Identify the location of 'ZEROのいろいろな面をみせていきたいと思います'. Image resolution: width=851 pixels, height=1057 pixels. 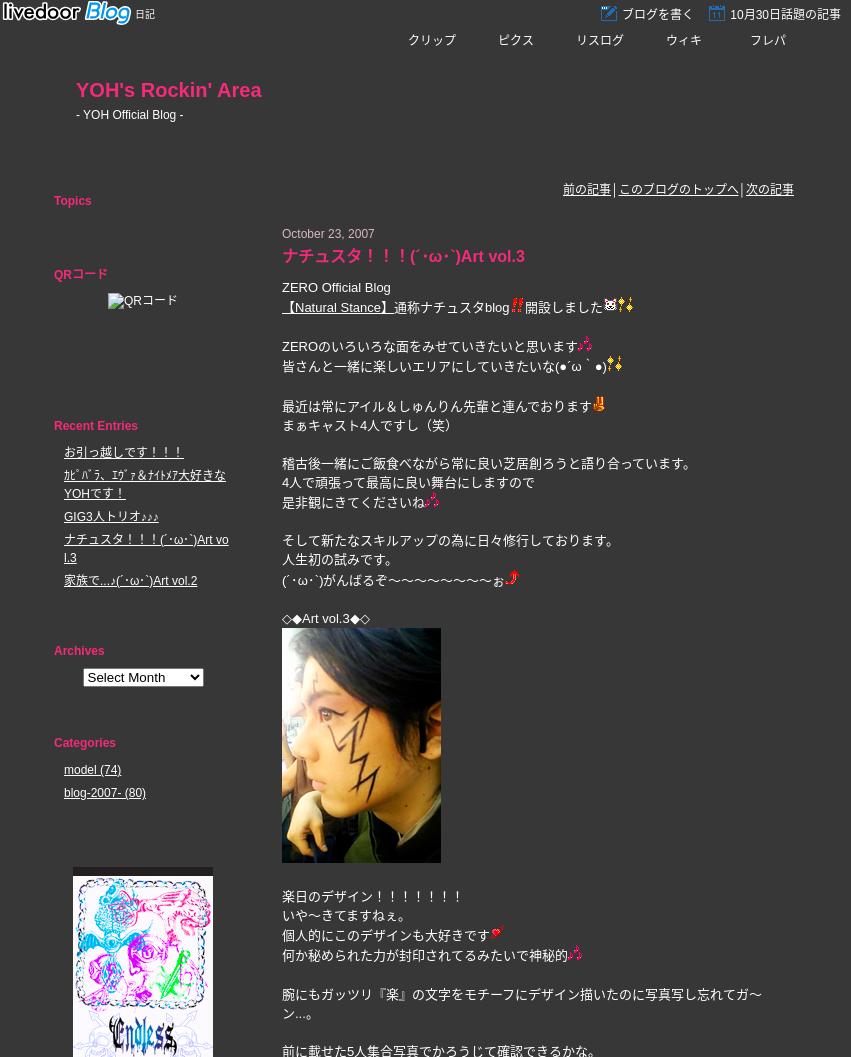
(430, 346).